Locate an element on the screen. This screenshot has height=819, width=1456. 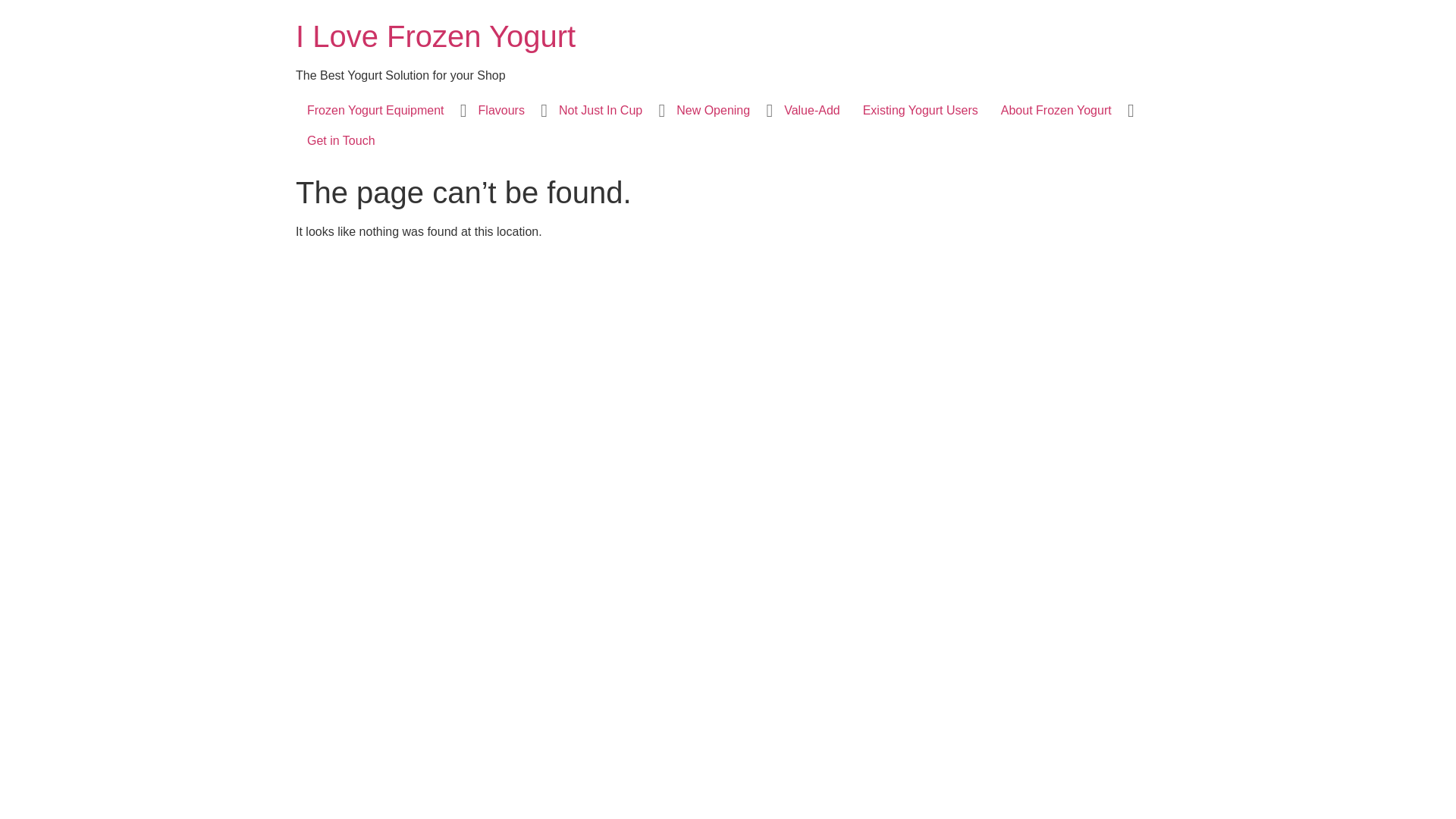
'New Opening' is located at coordinates (712, 110).